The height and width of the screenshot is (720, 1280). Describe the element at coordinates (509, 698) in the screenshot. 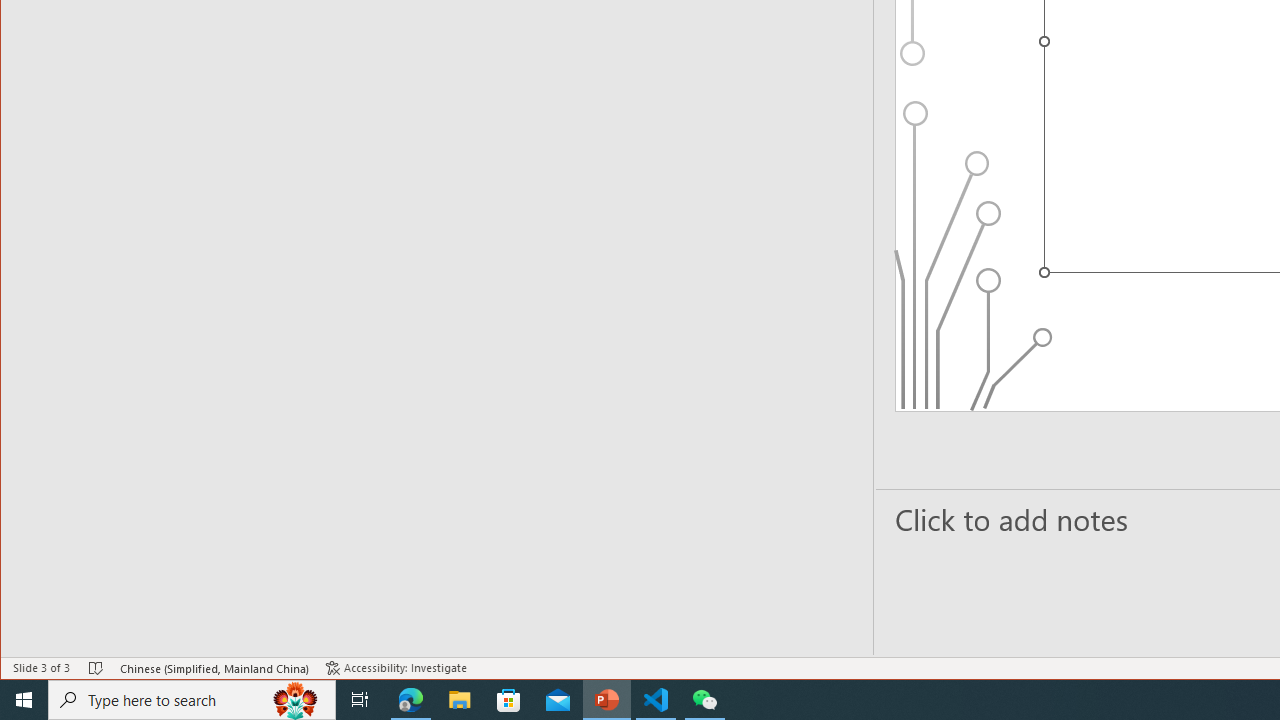

I see `'Microsoft Store'` at that location.